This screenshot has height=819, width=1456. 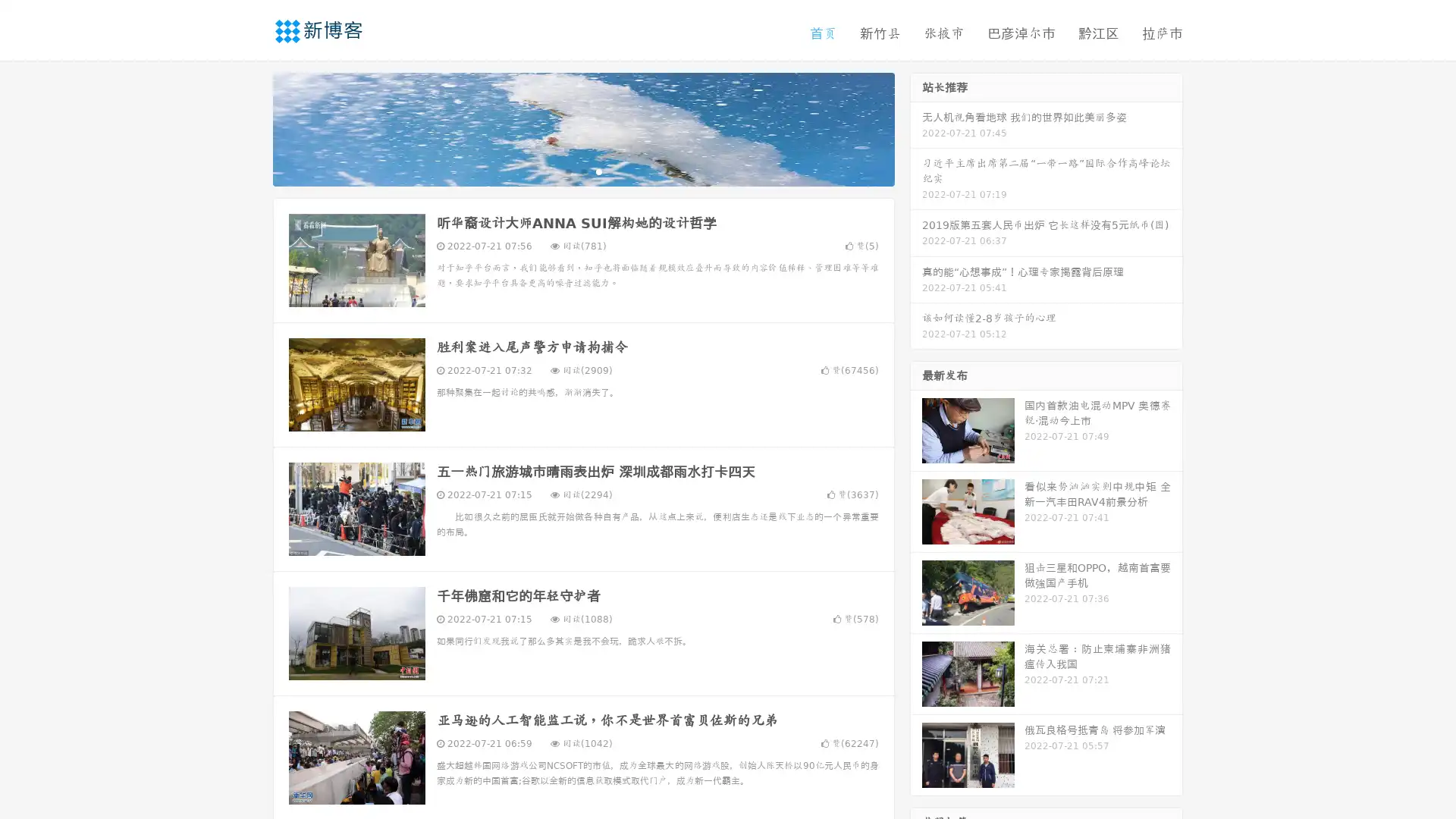 I want to click on Next slide, so click(x=916, y=127).